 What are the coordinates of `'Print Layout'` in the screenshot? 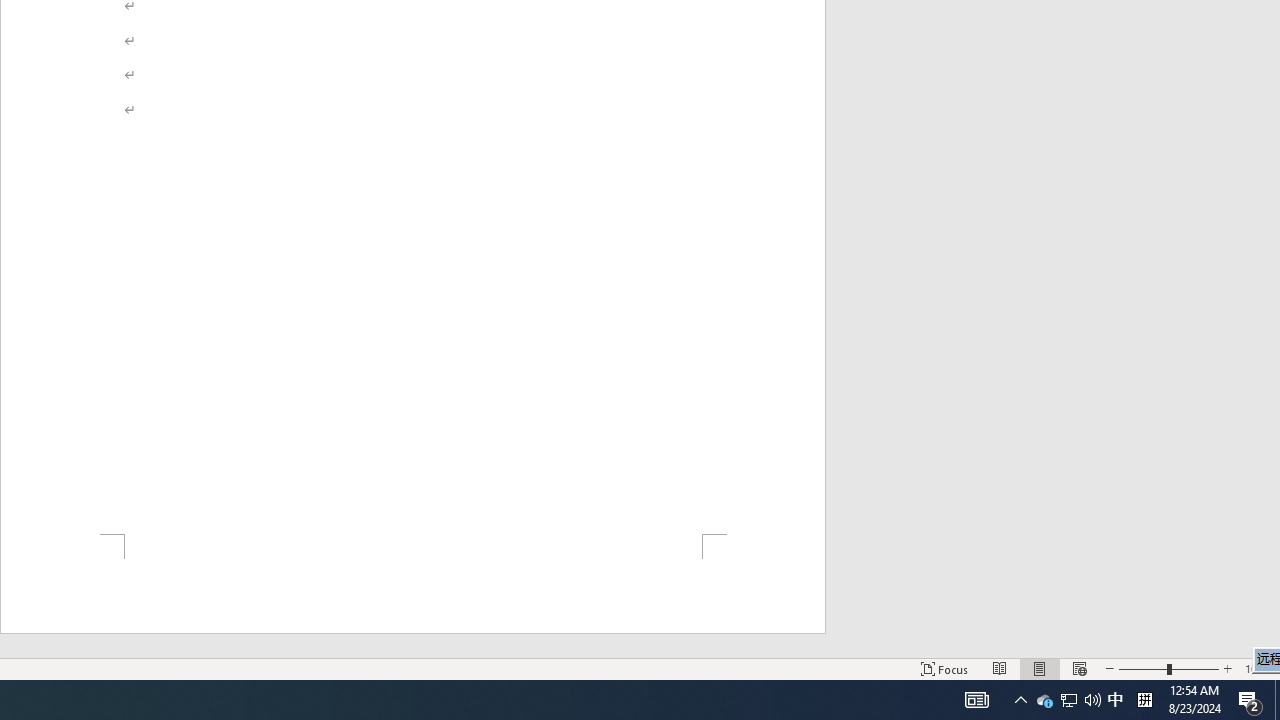 It's located at (1040, 669).